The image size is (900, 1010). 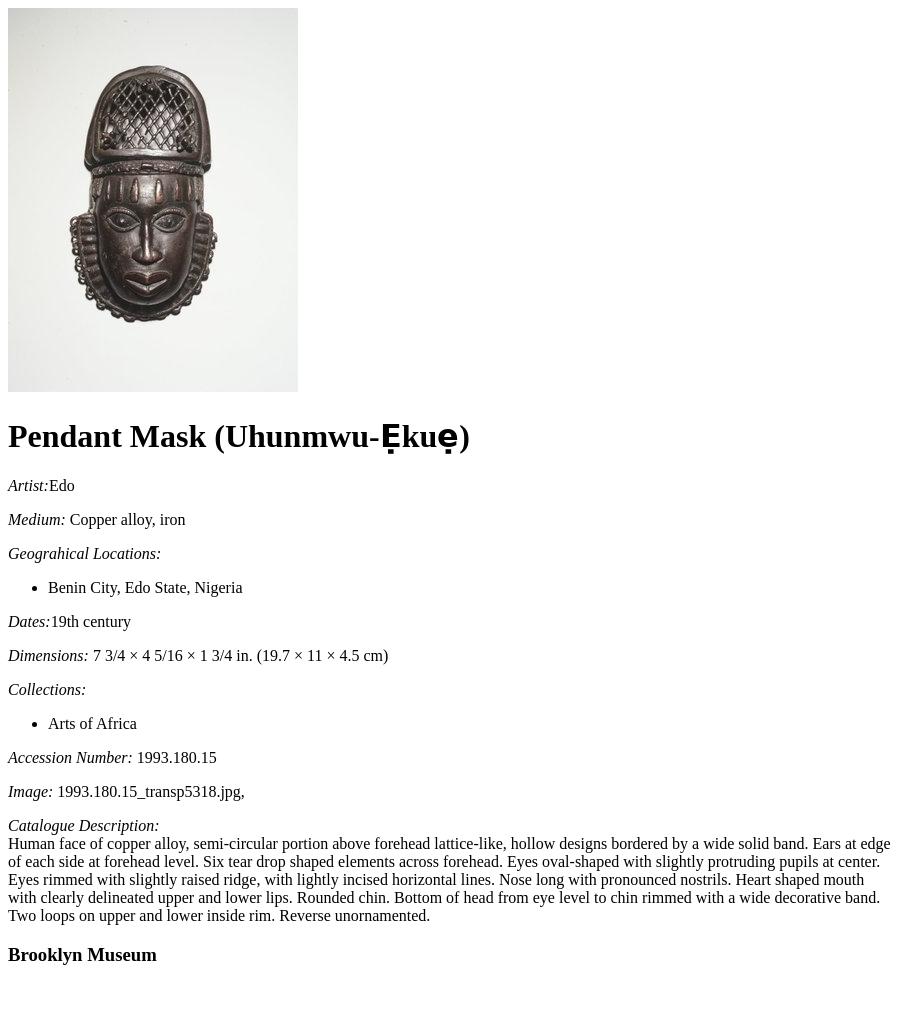 I want to click on 'Pendant Mask (Uhunmwu-Ẹkuẹ)', so click(x=237, y=436).